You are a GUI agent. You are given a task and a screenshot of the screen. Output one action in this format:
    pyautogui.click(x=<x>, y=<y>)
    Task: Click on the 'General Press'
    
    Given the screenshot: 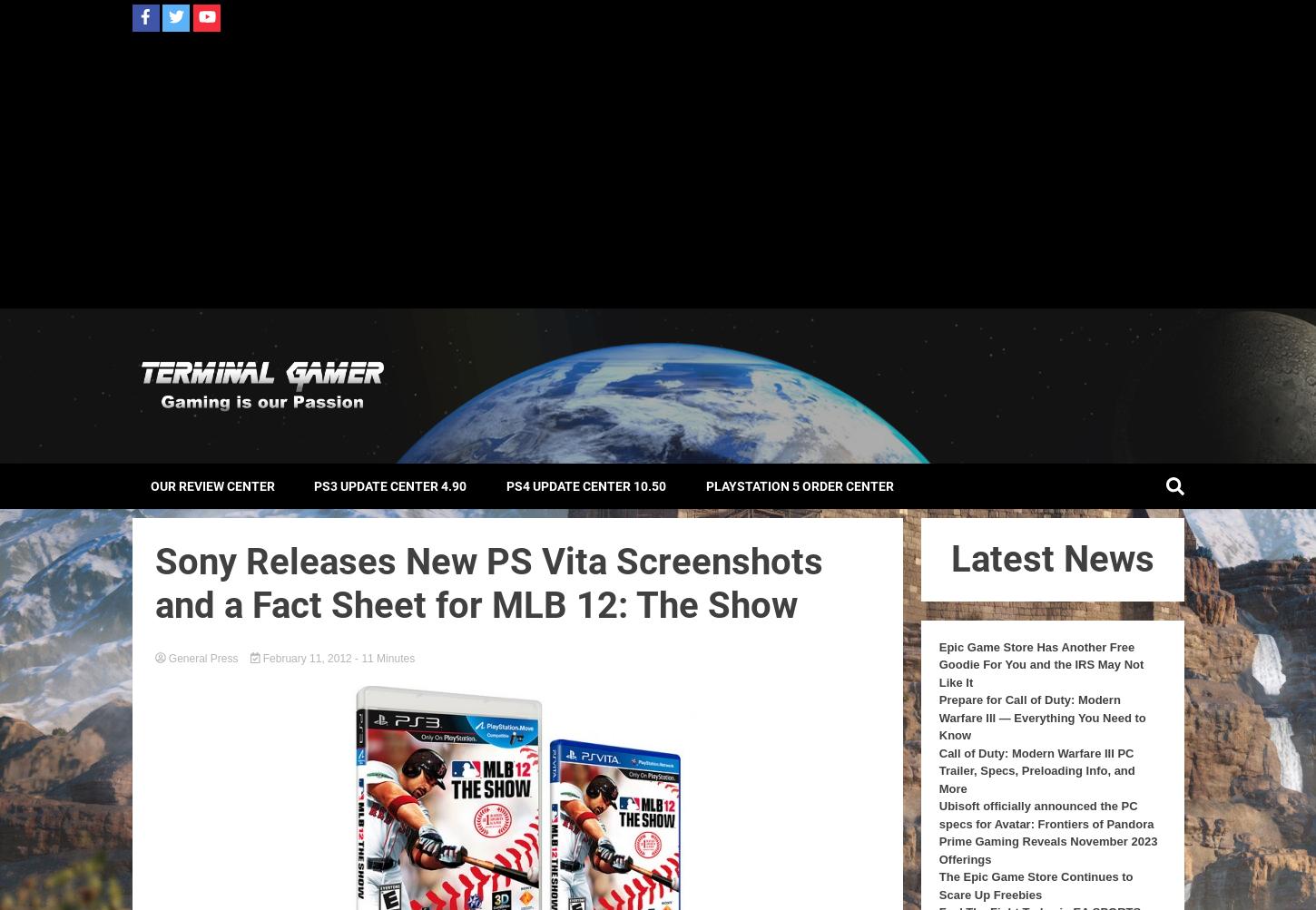 What is the action you would take?
    pyautogui.click(x=201, y=656)
    